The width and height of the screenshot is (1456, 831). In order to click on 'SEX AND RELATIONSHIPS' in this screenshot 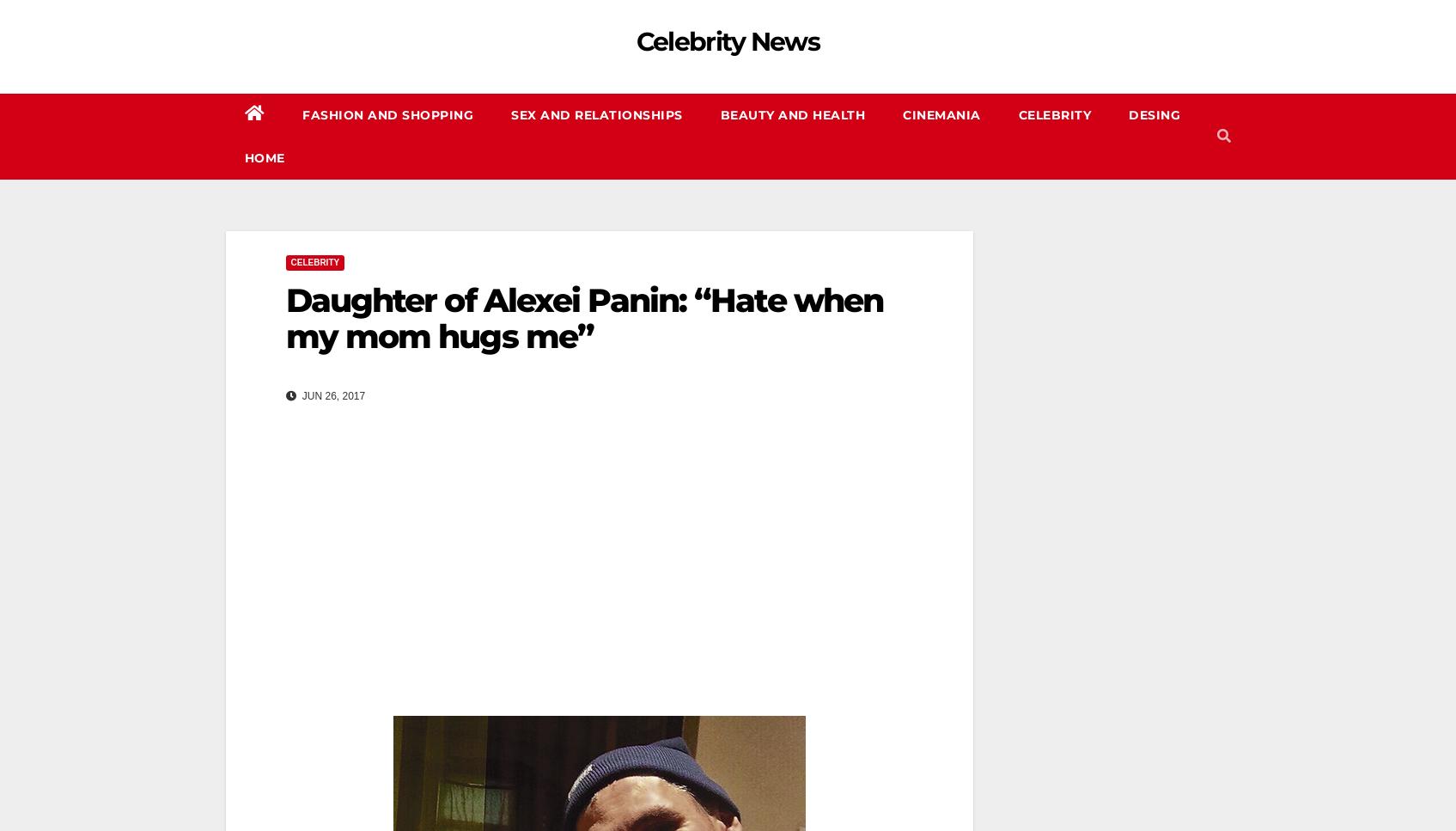, I will do `click(596, 114)`.